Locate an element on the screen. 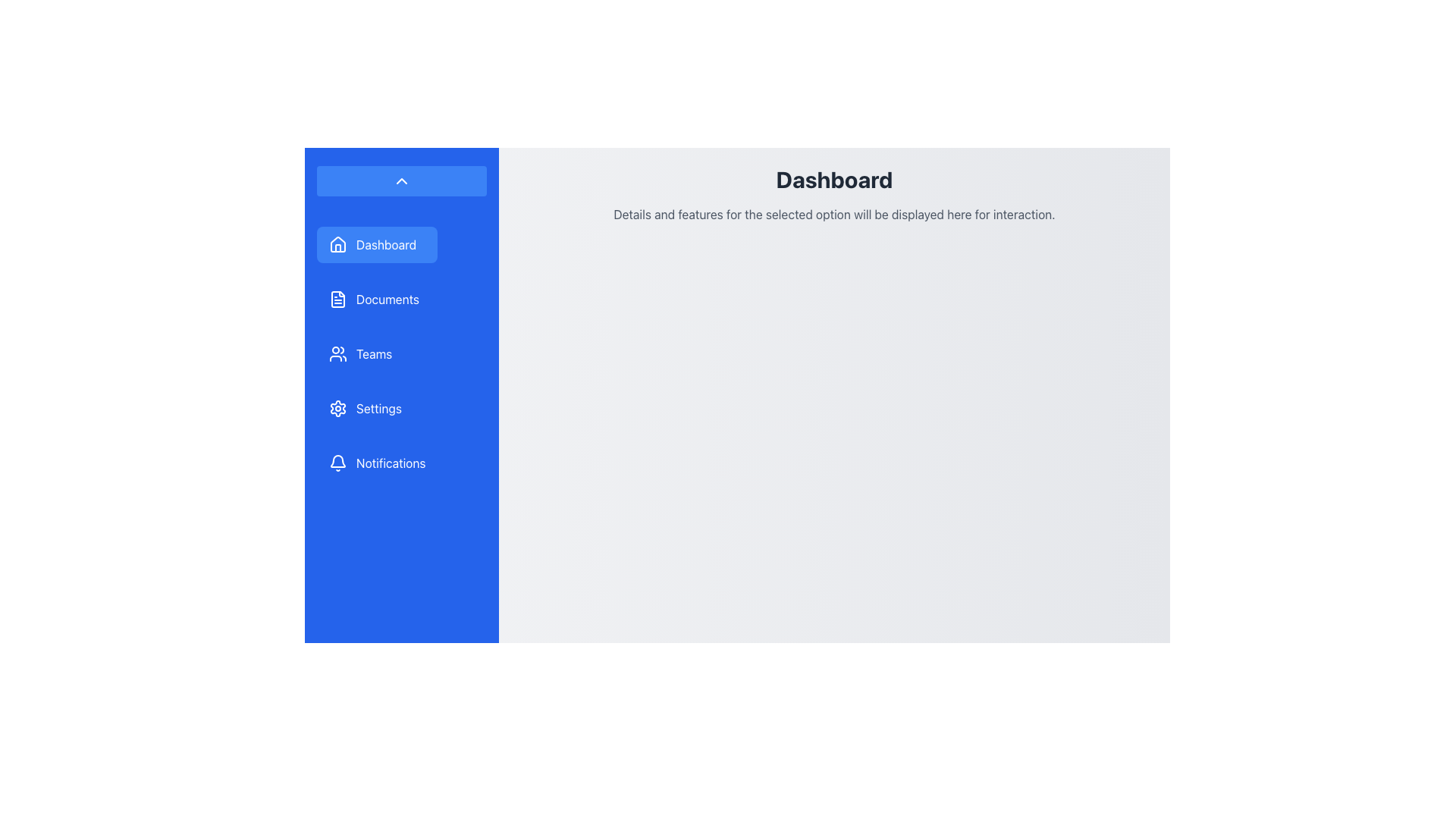 This screenshot has height=819, width=1456. the gear icon located to the left of the 'Settings' text in the navigation menu by moving the cursor to it is located at coordinates (337, 408).